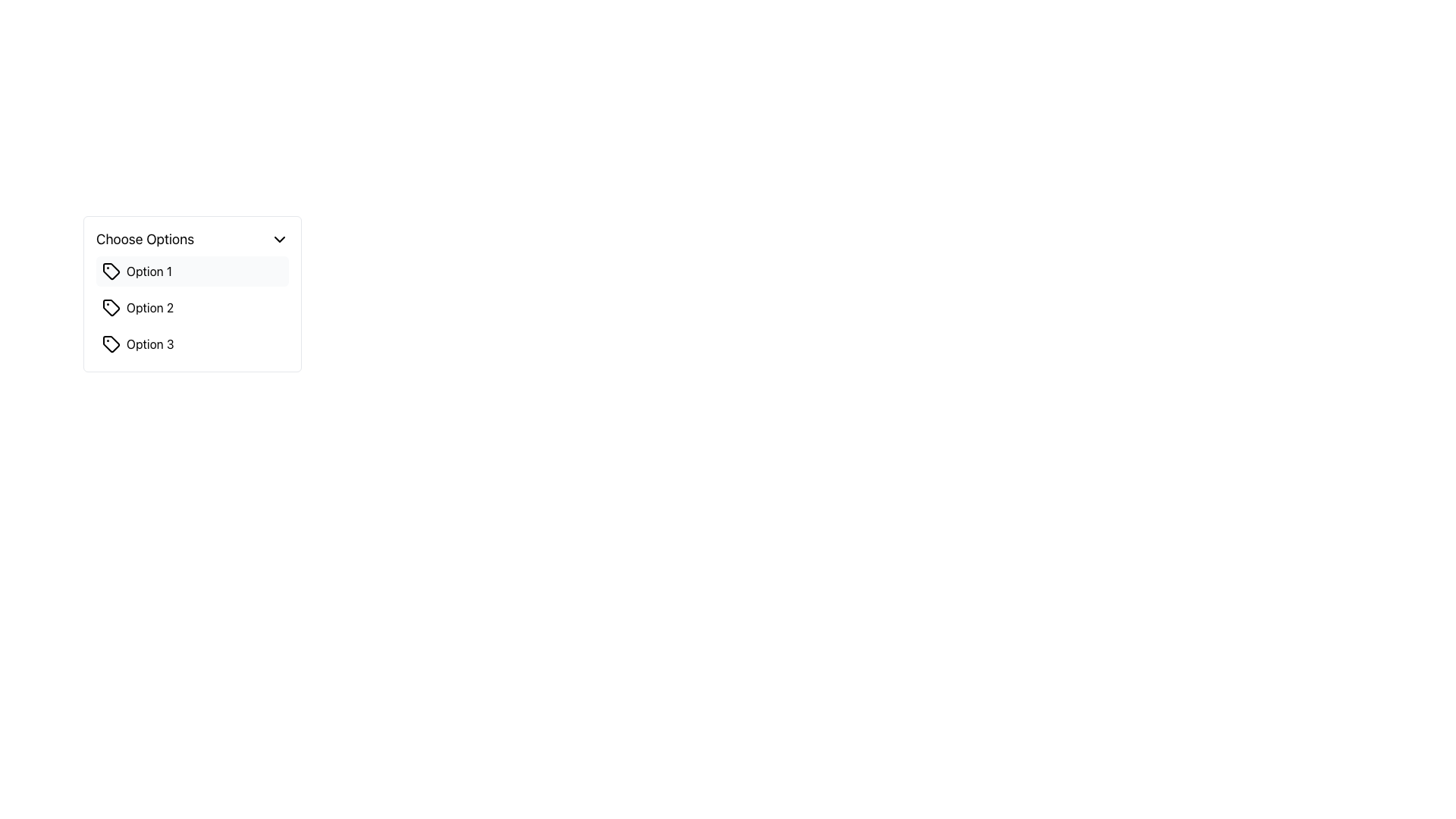  I want to click on the text 'Option 3' in the selectable menu list, which is styled in black and located at the bottom of the menu, so click(150, 344).